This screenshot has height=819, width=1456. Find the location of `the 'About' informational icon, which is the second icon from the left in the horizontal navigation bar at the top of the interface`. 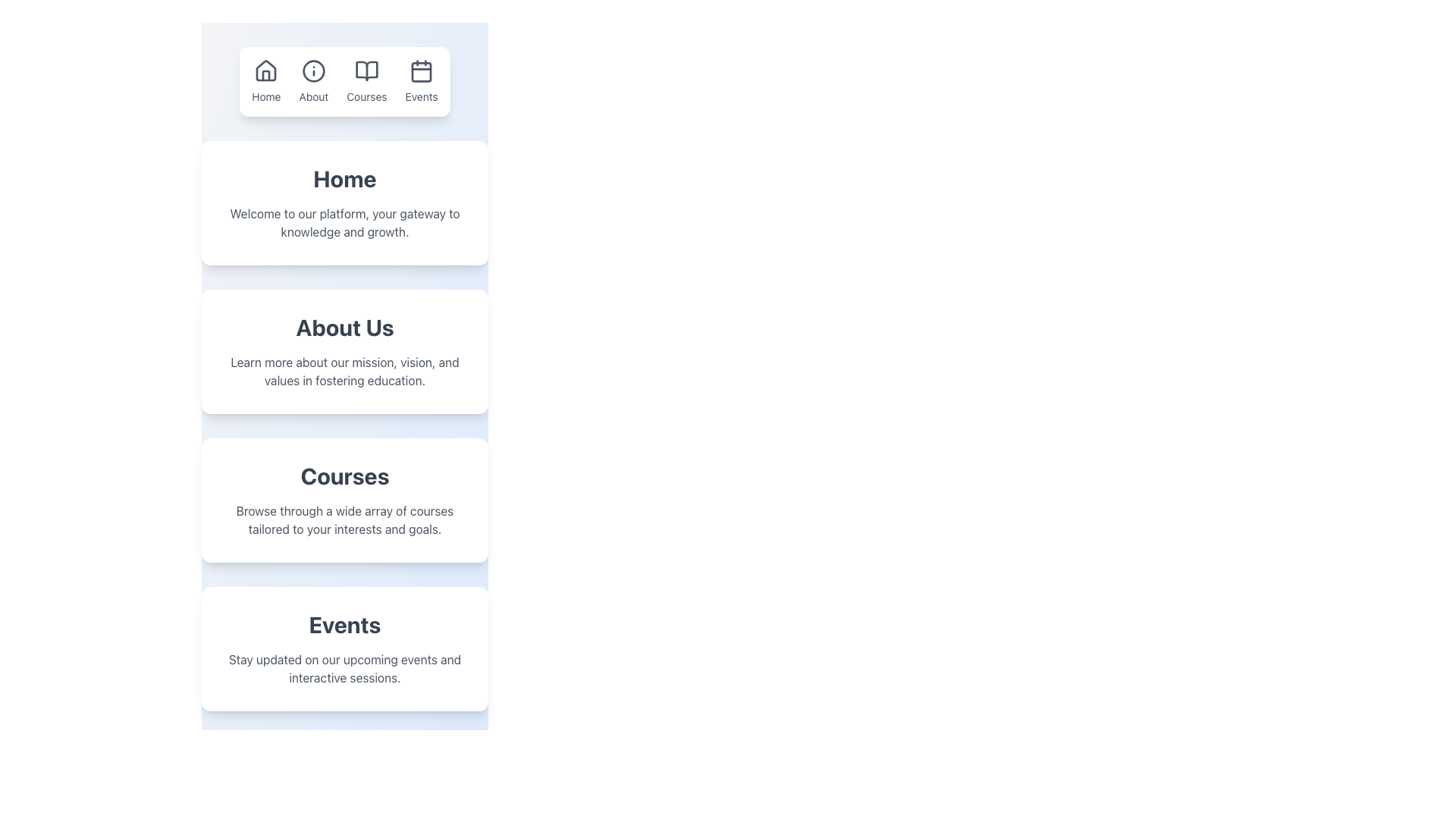

the 'About' informational icon, which is the second icon from the left in the horizontal navigation bar at the top of the interface is located at coordinates (312, 71).